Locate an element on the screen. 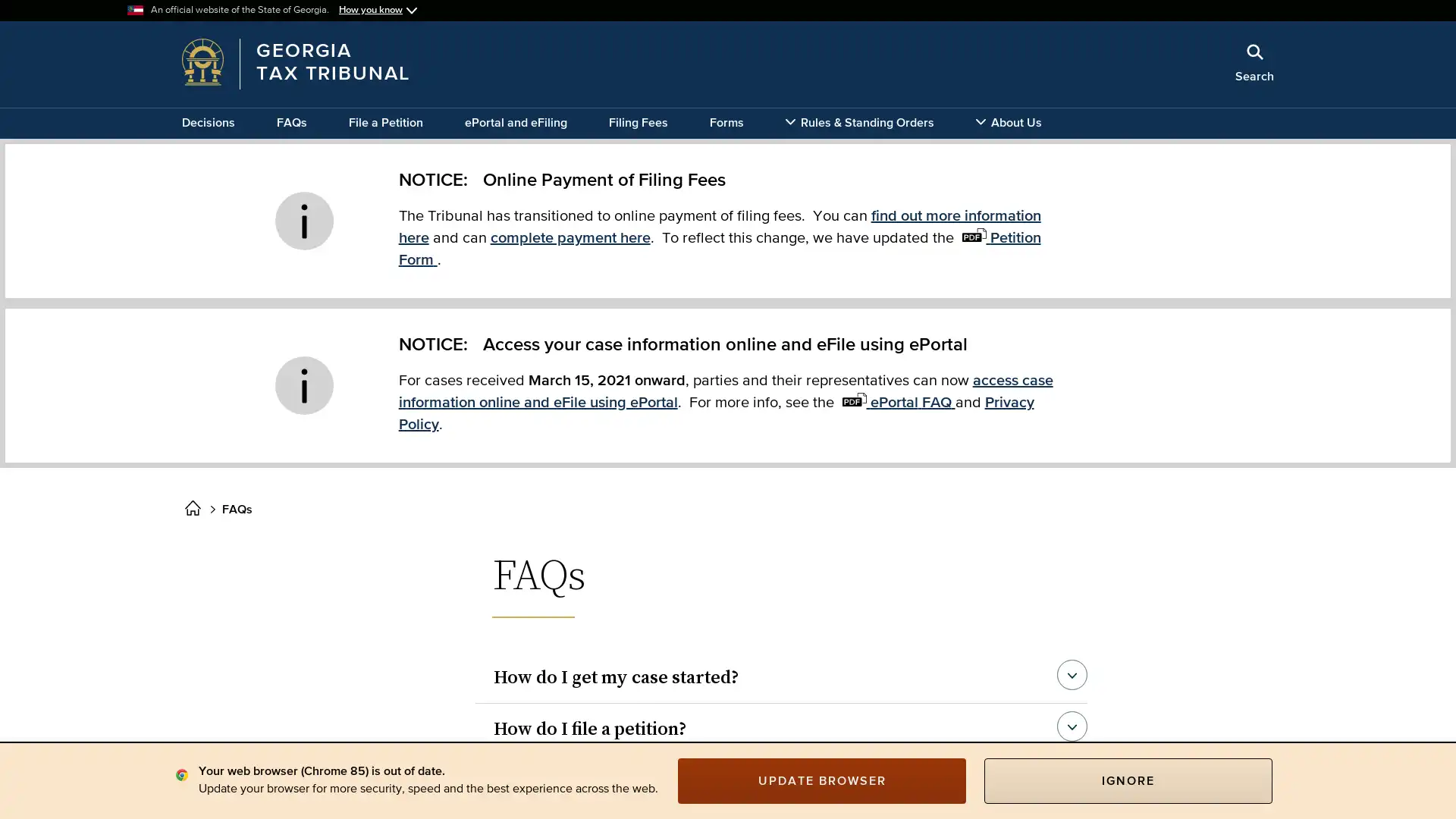  Search is located at coordinates (1193, 213).